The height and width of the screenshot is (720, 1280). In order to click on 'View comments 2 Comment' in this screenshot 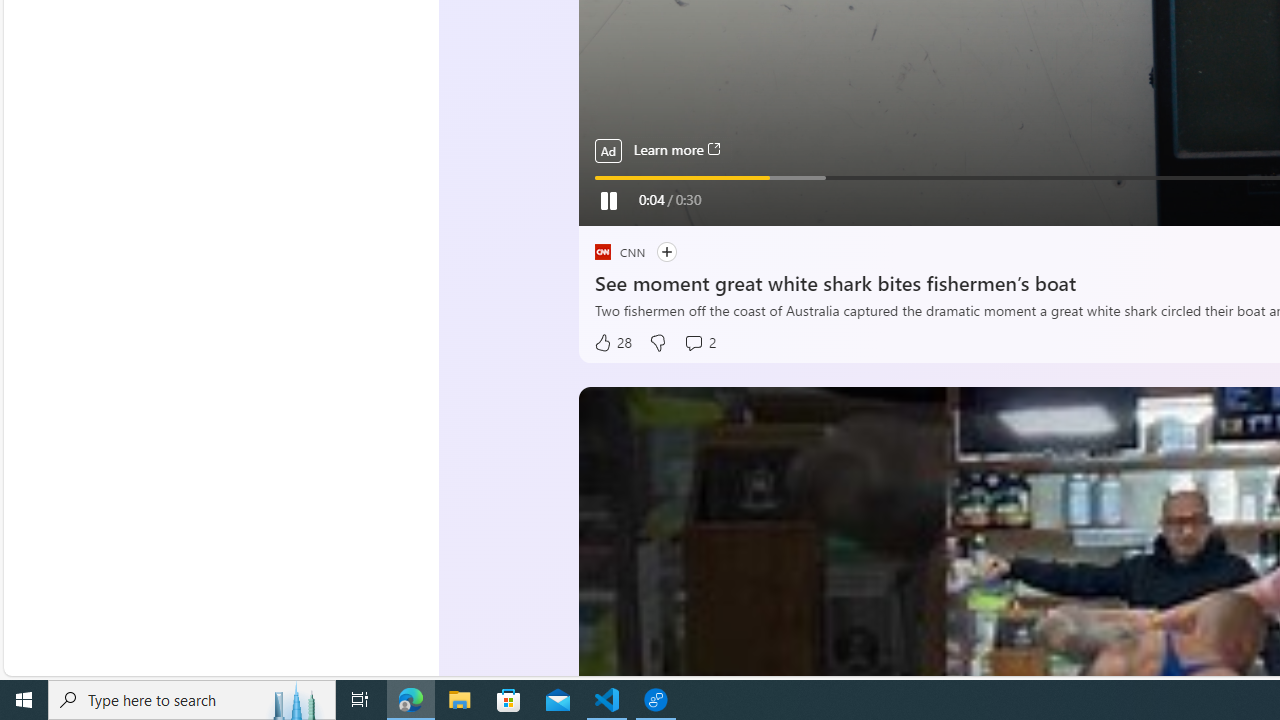, I will do `click(699, 342)`.